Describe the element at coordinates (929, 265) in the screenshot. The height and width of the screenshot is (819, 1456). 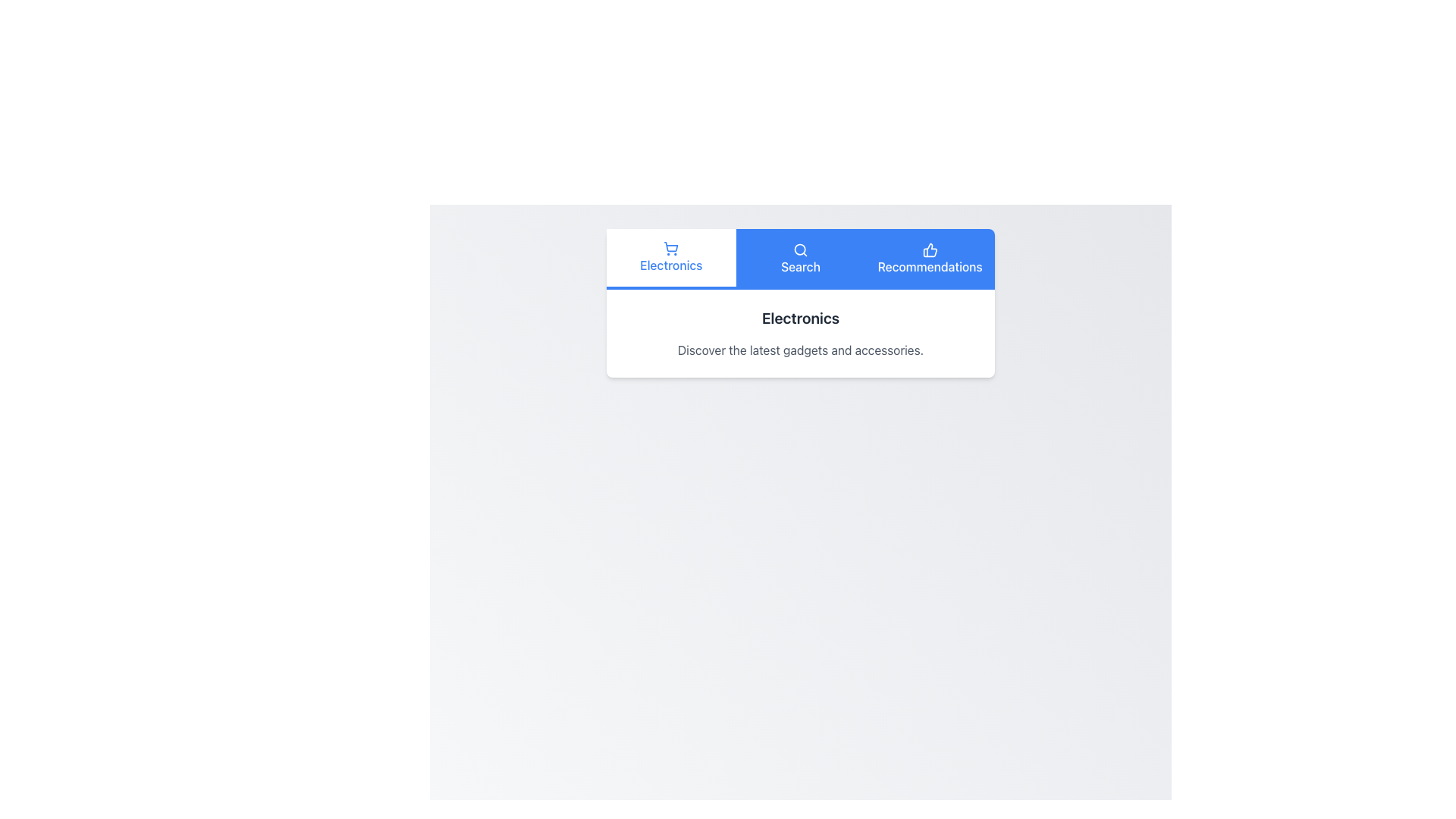
I see `the 'Recommendations' tab in the navigation bar` at that location.